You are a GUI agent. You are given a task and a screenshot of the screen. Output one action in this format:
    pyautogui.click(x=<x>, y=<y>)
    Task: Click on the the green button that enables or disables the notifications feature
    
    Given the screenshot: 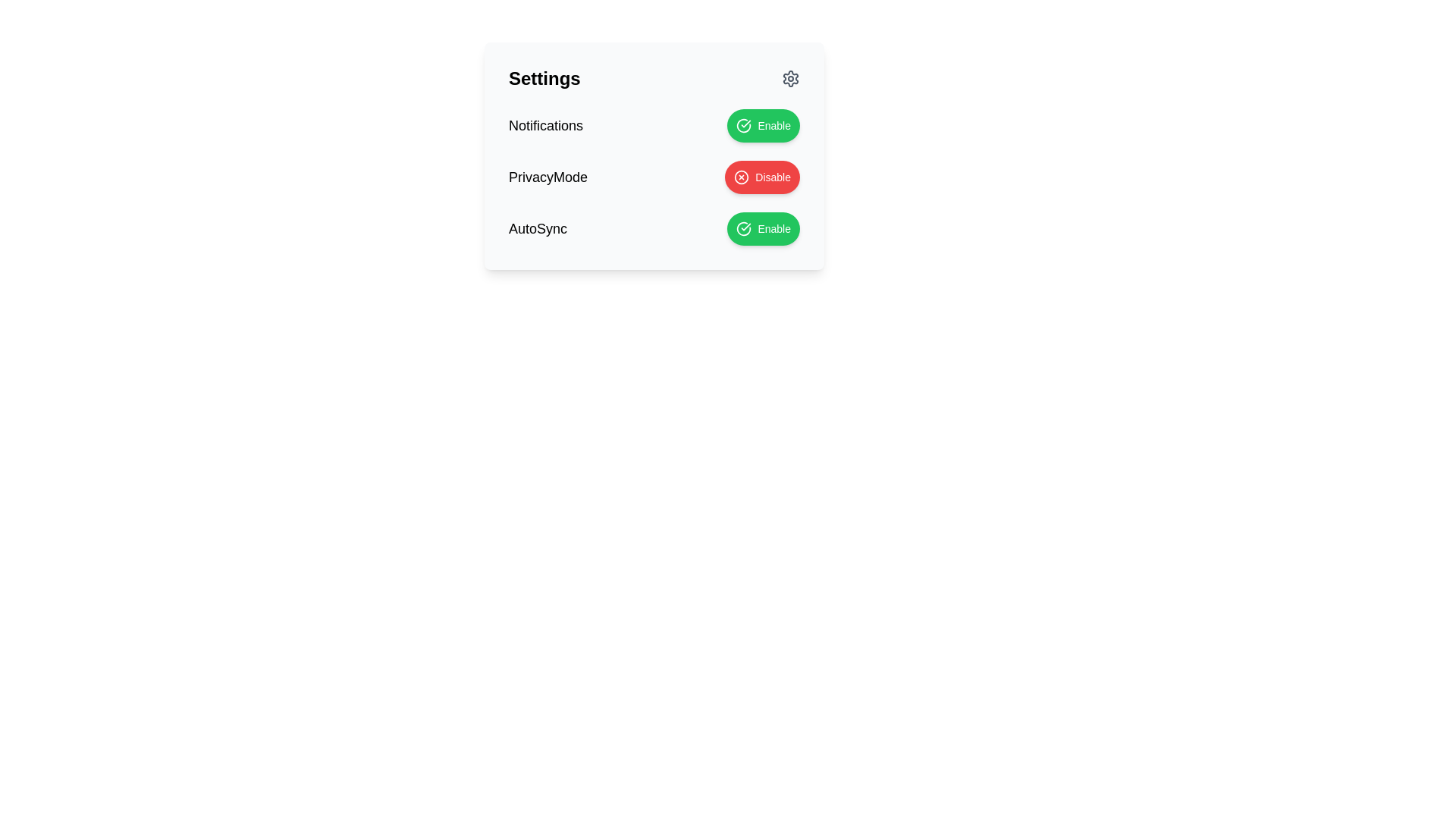 What is the action you would take?
    pyautogui.click(x=654, y=124)
    